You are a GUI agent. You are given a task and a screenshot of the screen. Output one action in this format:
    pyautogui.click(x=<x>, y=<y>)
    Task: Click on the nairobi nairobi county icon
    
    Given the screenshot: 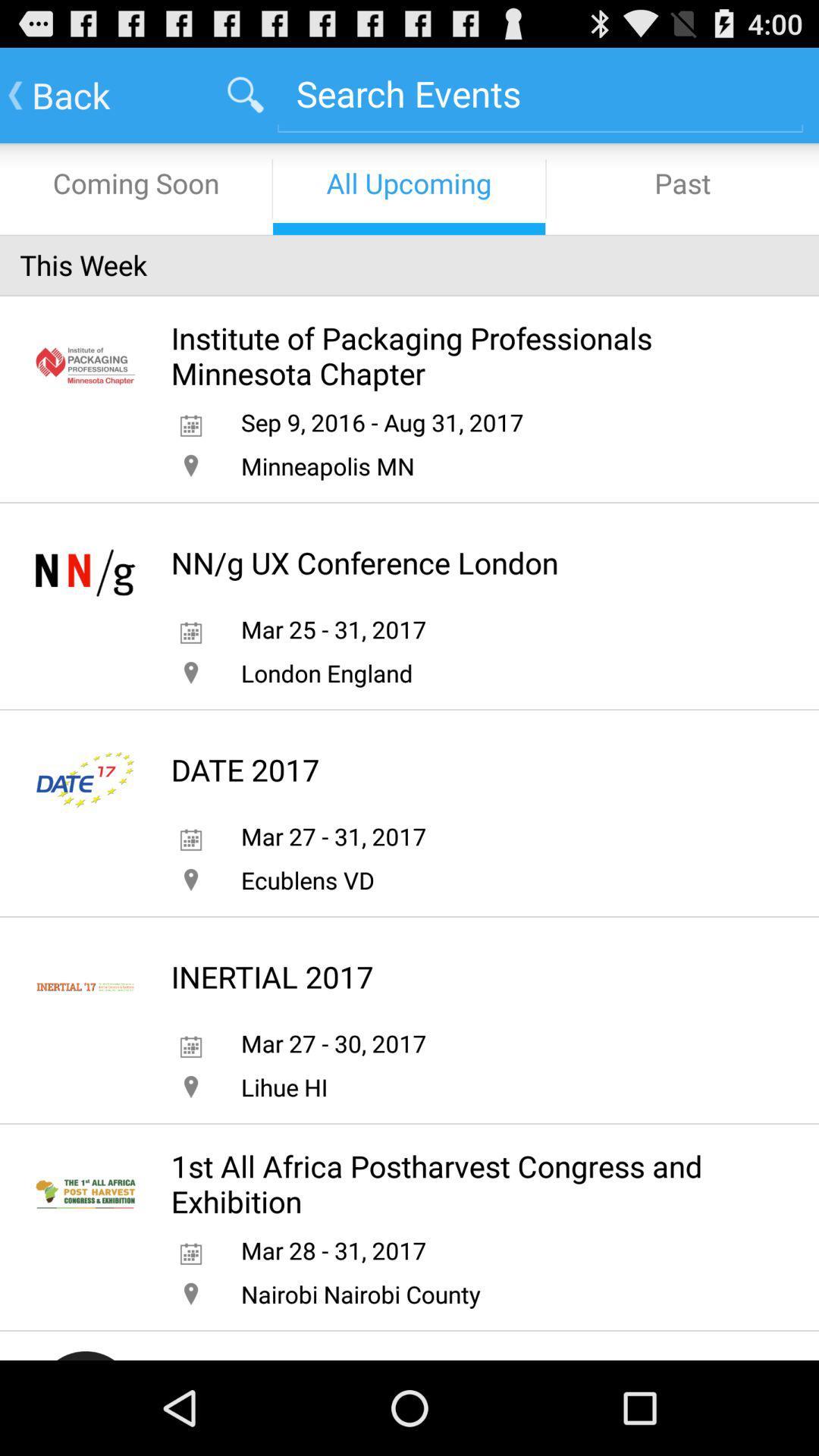 What is the action you would take?
    pyautogui.click(x=360, y=1293)
    